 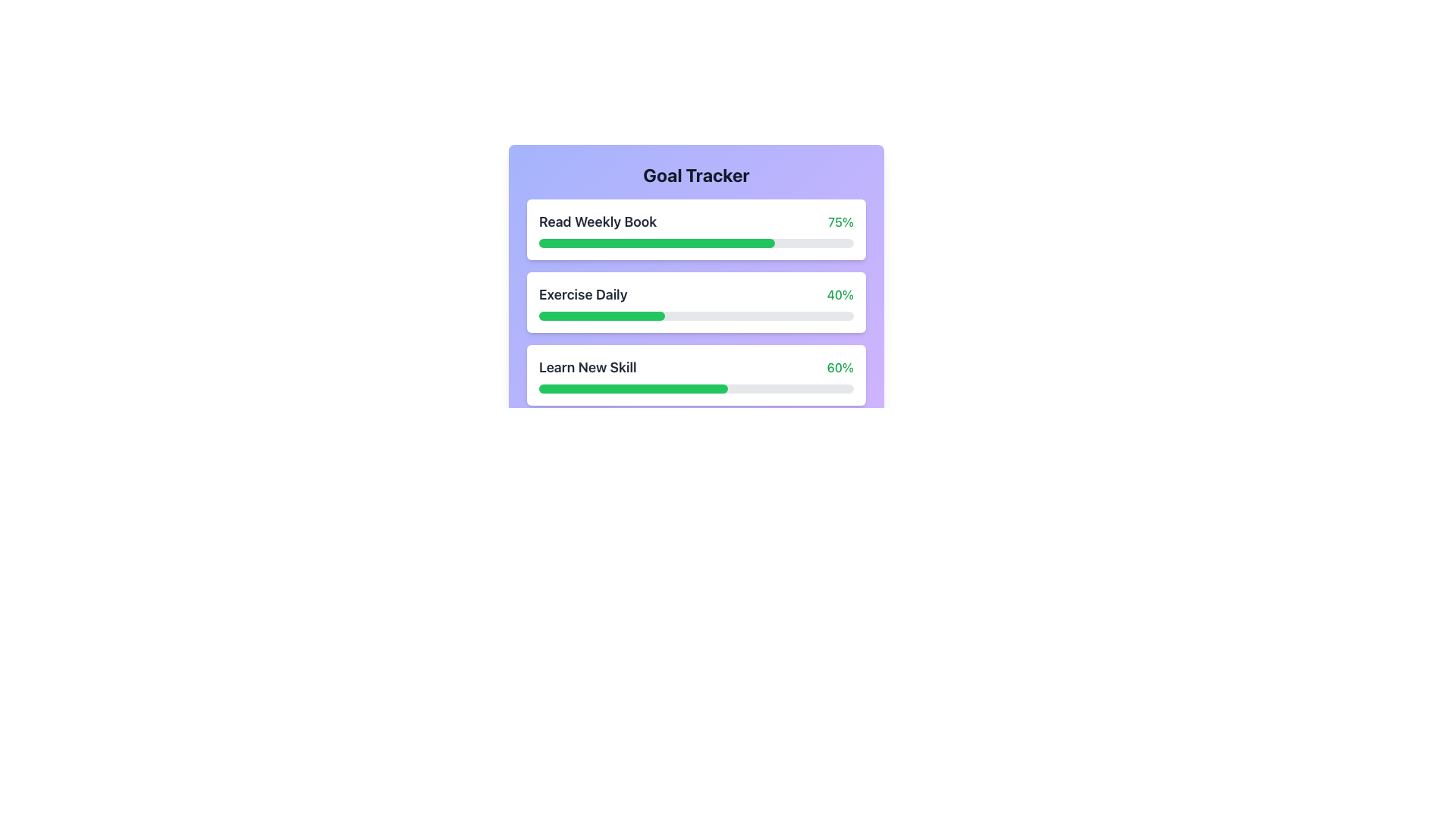 What do you see at coordinates (587, 368) in the screenshot?
I see `the Text Label that serves as a descriptor for the goal in the 'Goal Tracker' panel, which is associated with a progress indicator showing '60%'` at bounding box center [587, 368].